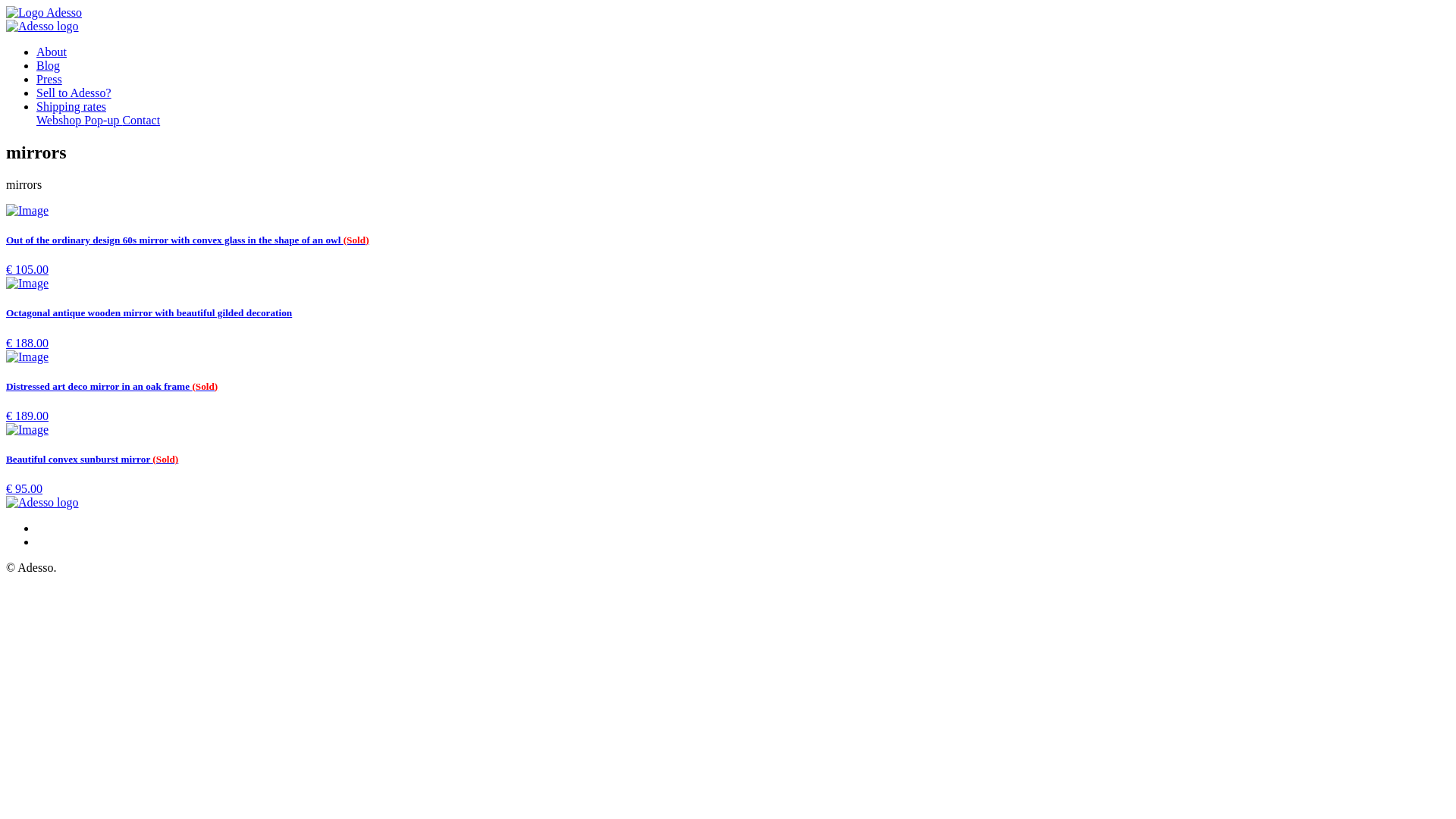 Image resolution: width=1456 pixels, height=819 pixels. Describe the element at coordinates (48, 64) in the screenshot. I see `'Blog'` at that location.